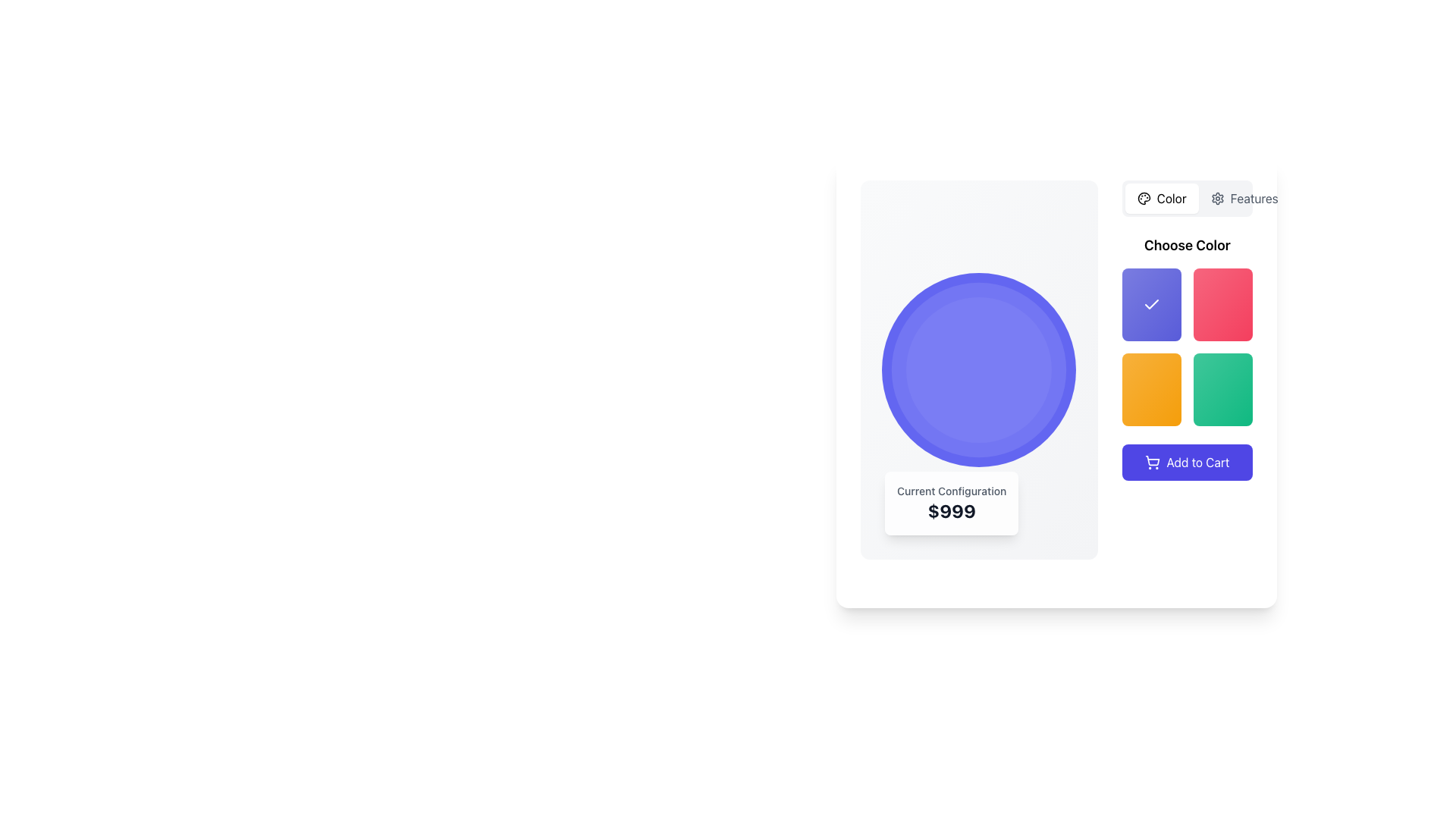  What do you see at coordinates (951, 491) in the screenshot?
I see `the text label that displays 'Current Configuration', which is a small, muted gray text styled in a medium-weight sans-serif font, located at the top of a white rounded card` at bounding box center [951, 491].